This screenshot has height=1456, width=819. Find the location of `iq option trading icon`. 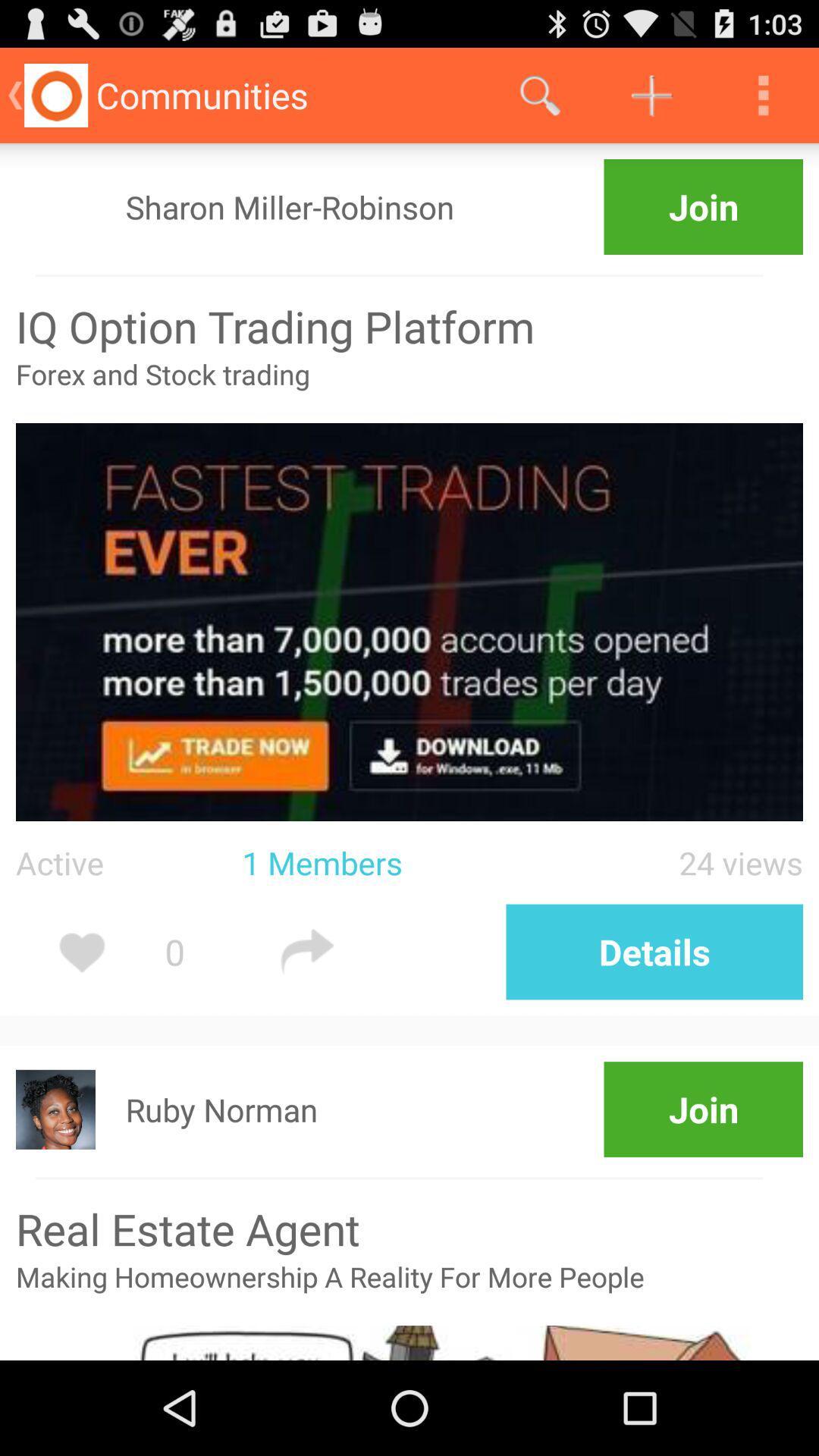

iq option trading icon is located at coordinates (409, 325).